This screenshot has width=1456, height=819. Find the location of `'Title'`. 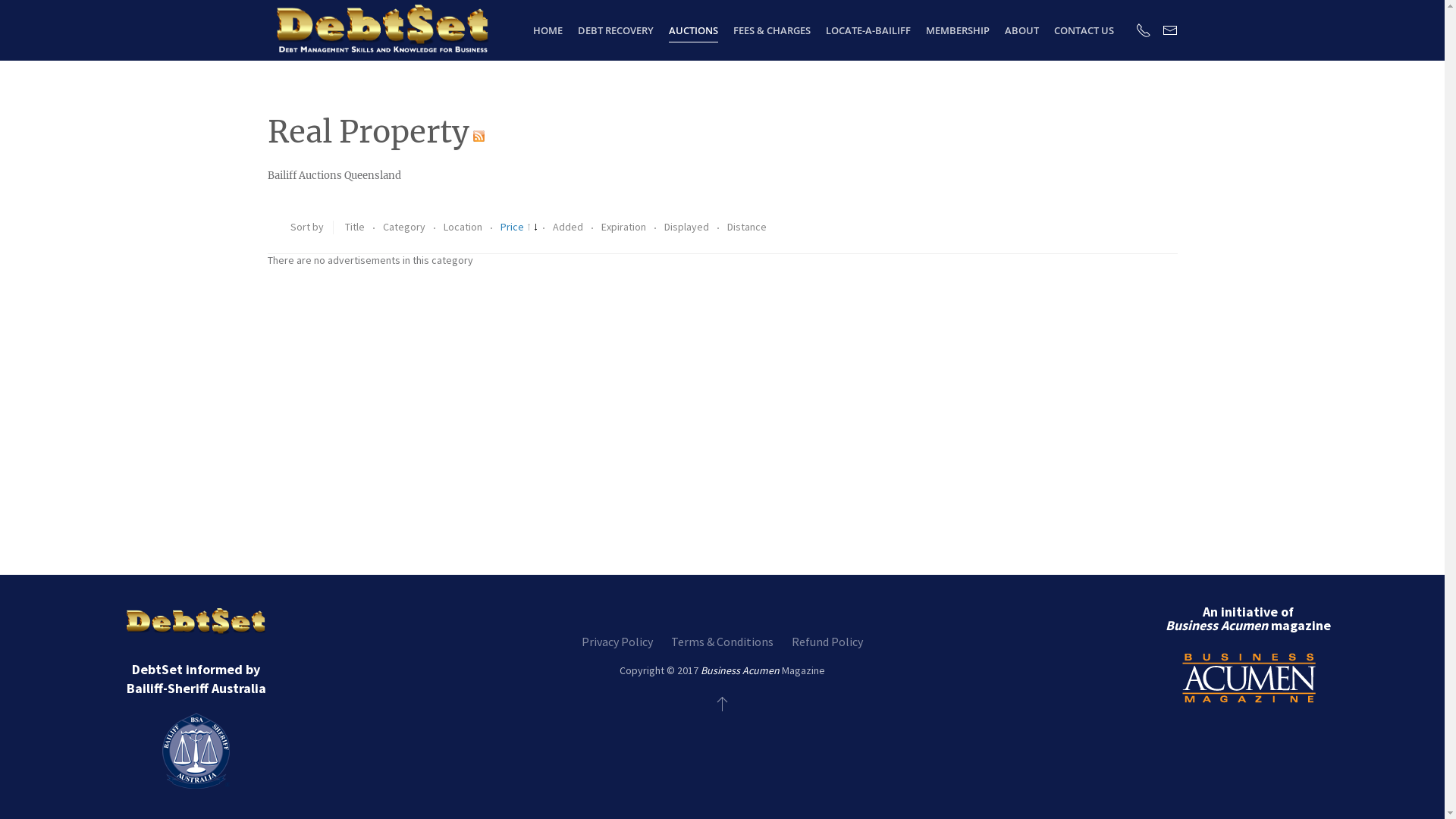

'Title' is located at coordinates (344, 227).